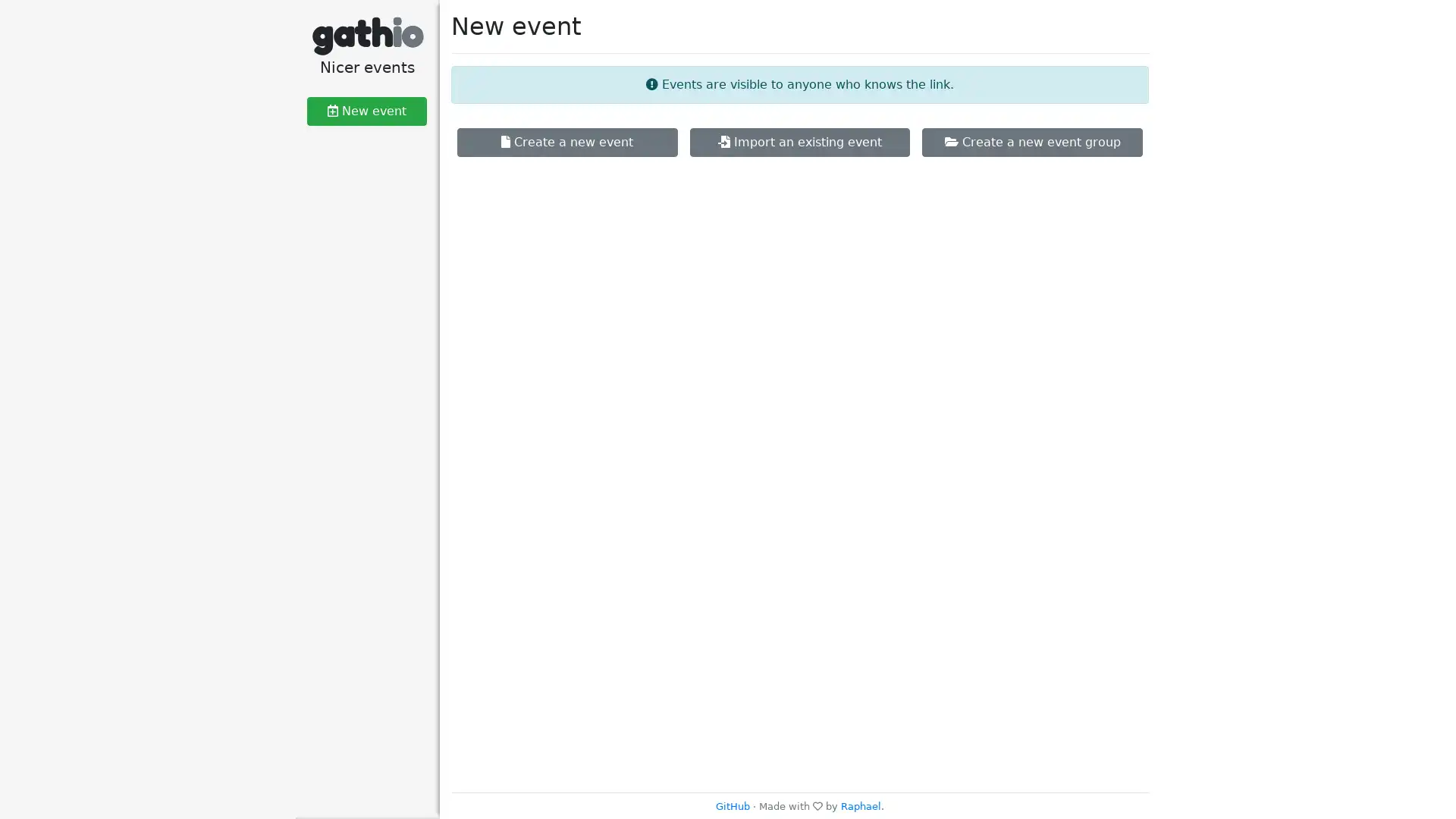 Image resolution: width=1456 pixels, height=819 pixels. I want to click on Create a new event group, so click(1031, 143).